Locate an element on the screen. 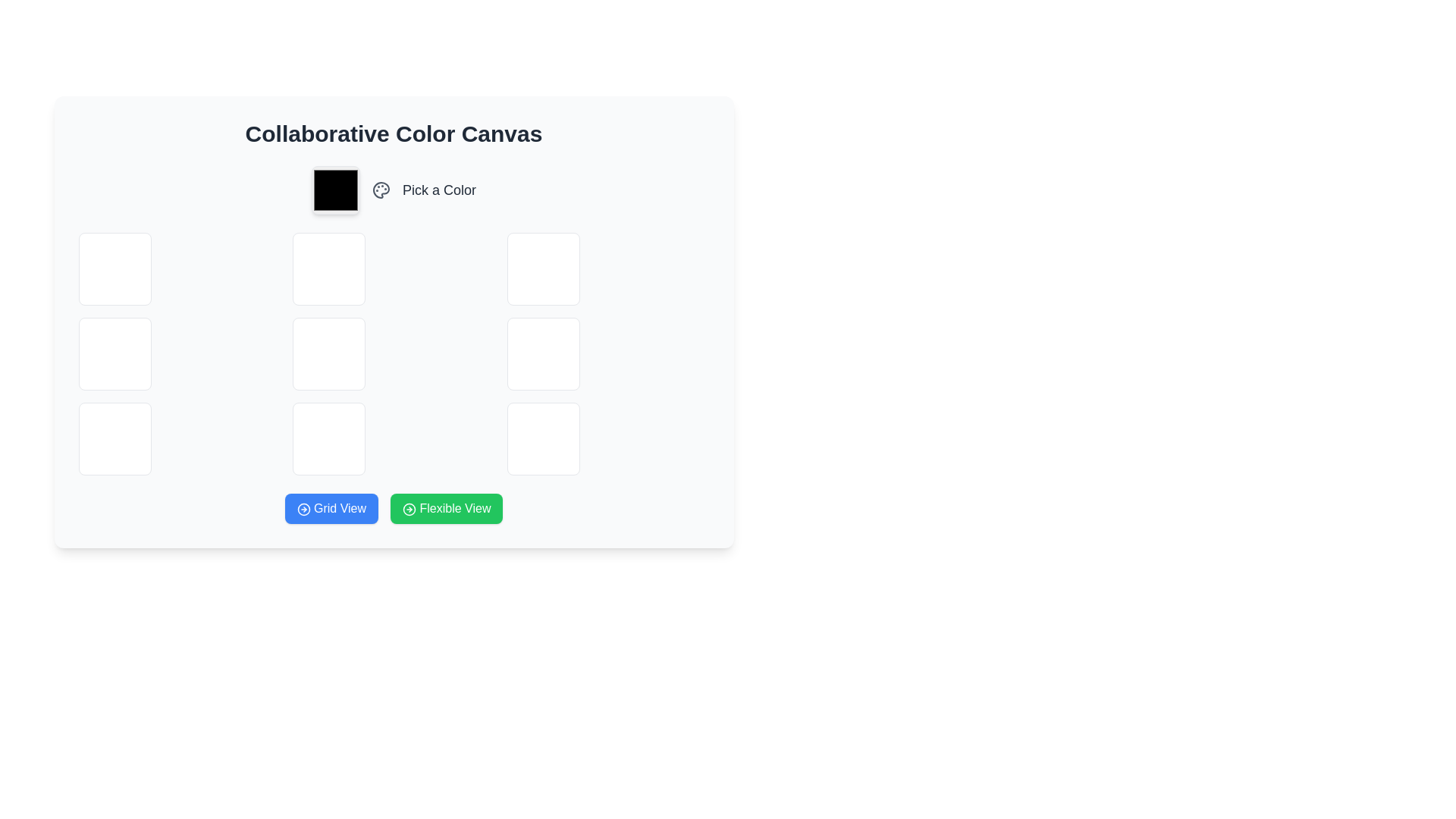 The width and height of the screenshot is (1456, 819). the right-pointing arrow icon enclosed within a circle, which is located on the left side of the 'Grid View' button is located at coordinates (303, 509).